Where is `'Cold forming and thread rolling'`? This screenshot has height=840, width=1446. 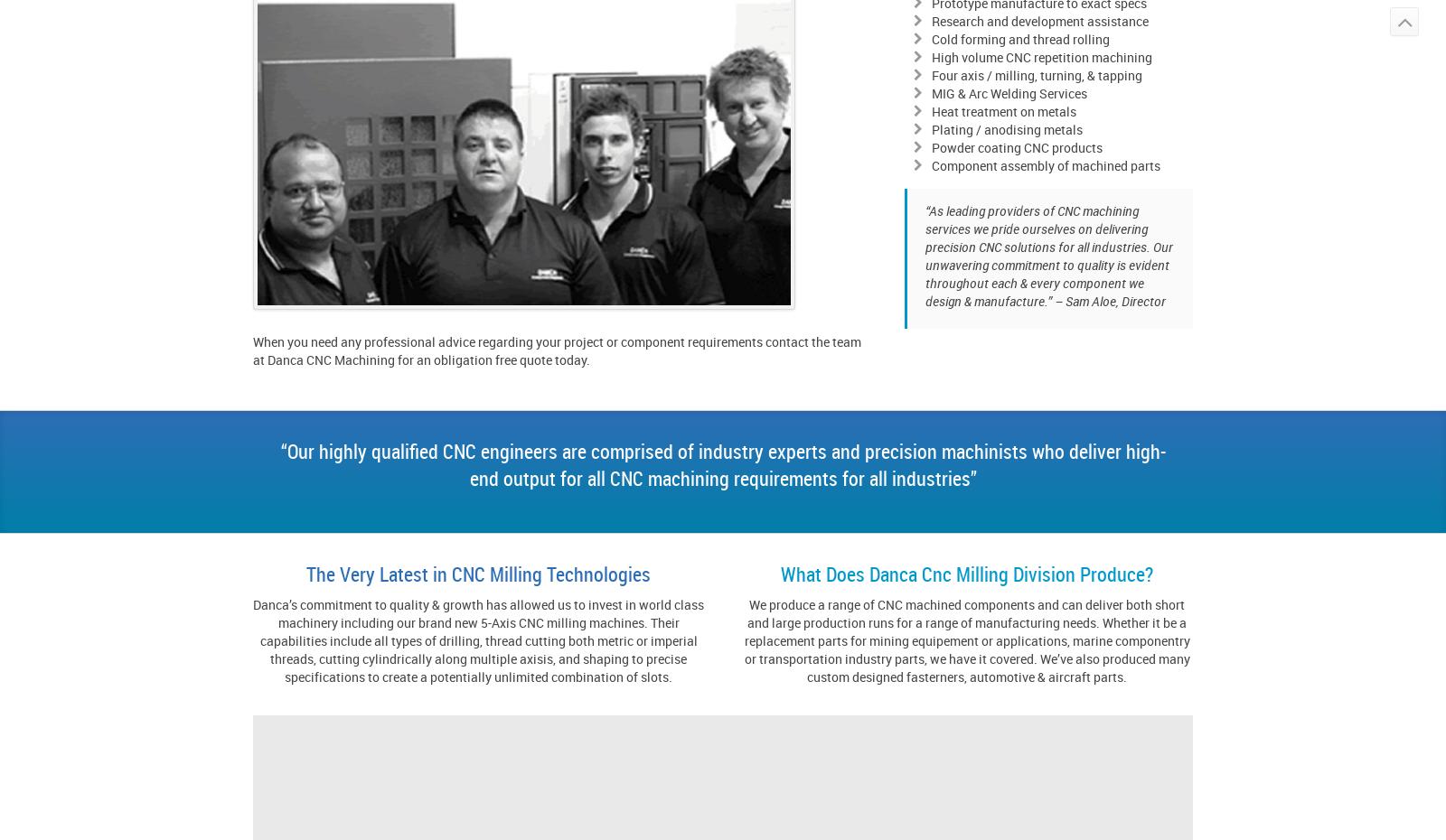
'Cold forming and thread rolling' is located at coordinates (1020, 38).